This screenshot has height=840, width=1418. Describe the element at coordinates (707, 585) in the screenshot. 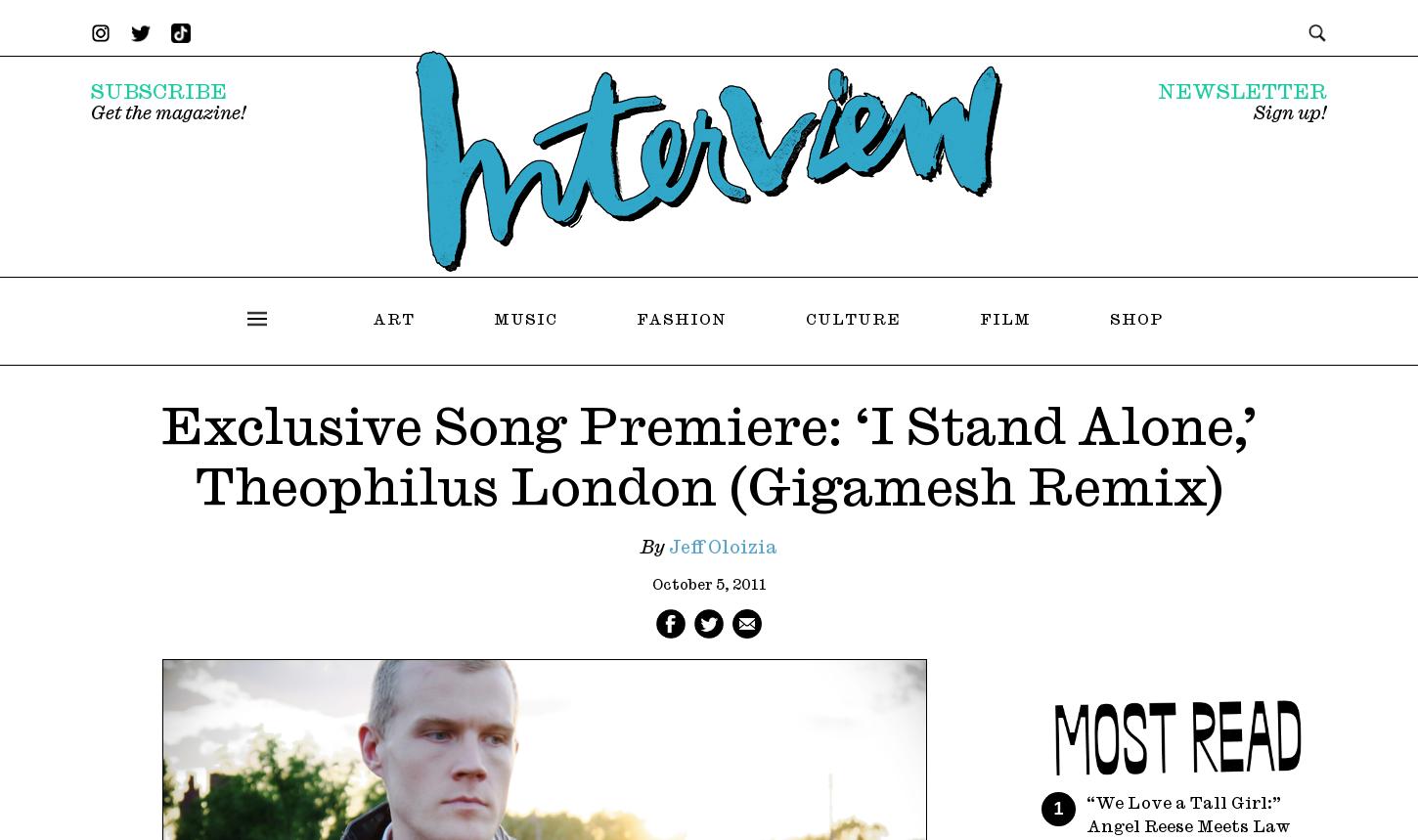

I see `'October 5, 2011'` at that location.